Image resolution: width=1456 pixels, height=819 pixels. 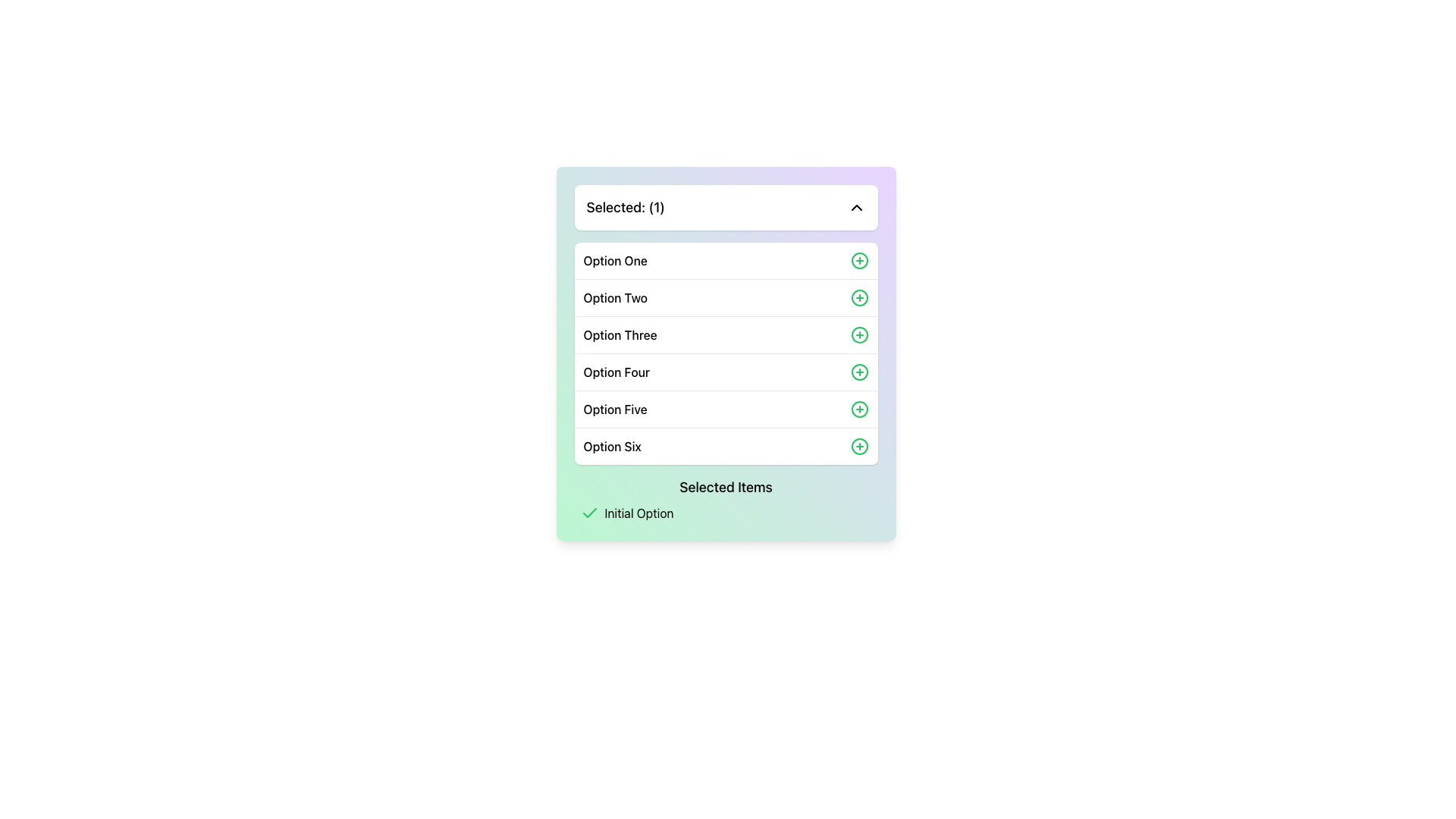 I want to click on the confirmation icon that denotes the selected state for the 'Initial Option' within the 'Selected Items' group, positioned at the bottom-center of the interface, so click(x=588, y=512).